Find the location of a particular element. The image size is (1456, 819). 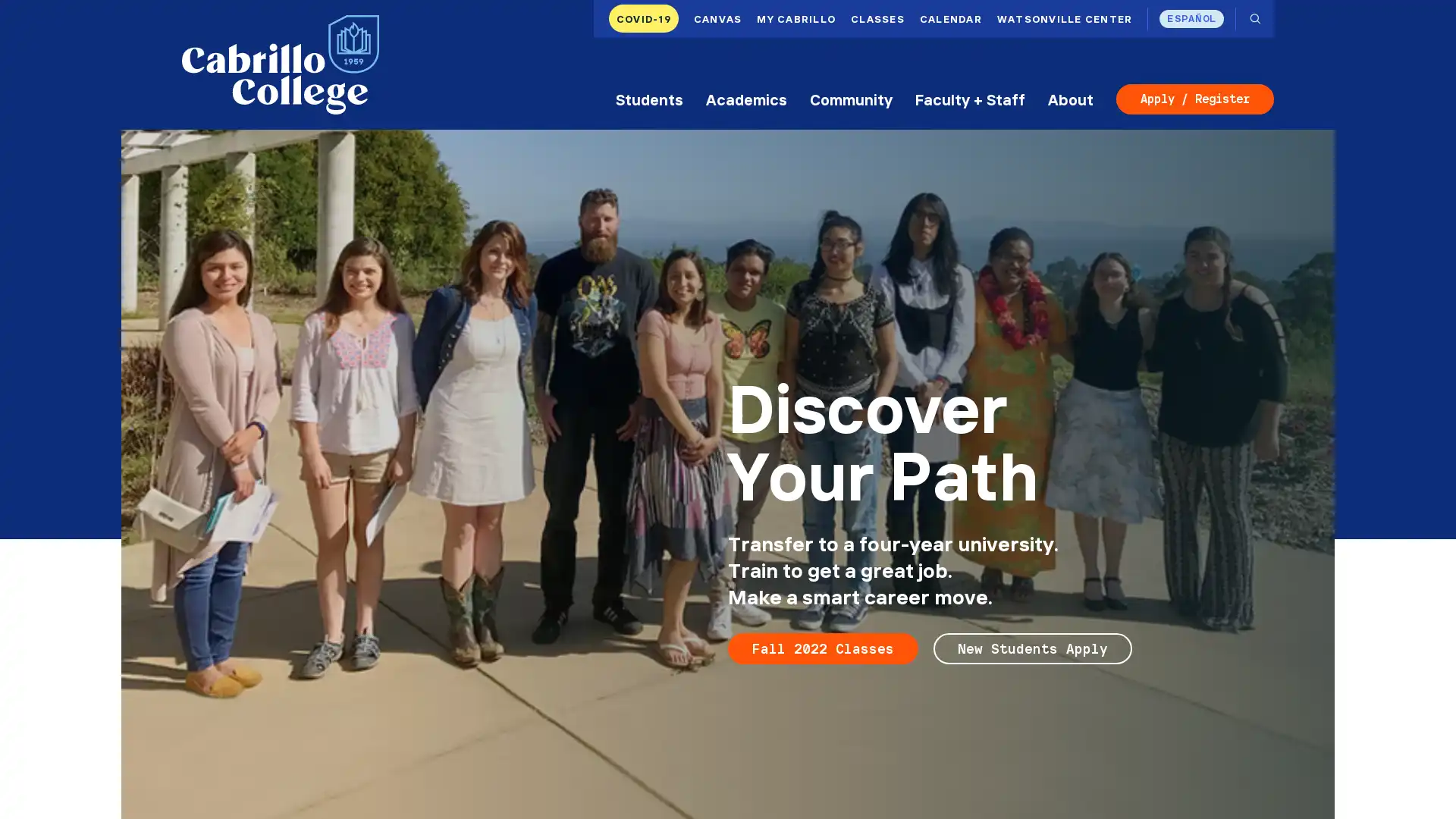

ESPANOL is located at coordinates (1191, 18).